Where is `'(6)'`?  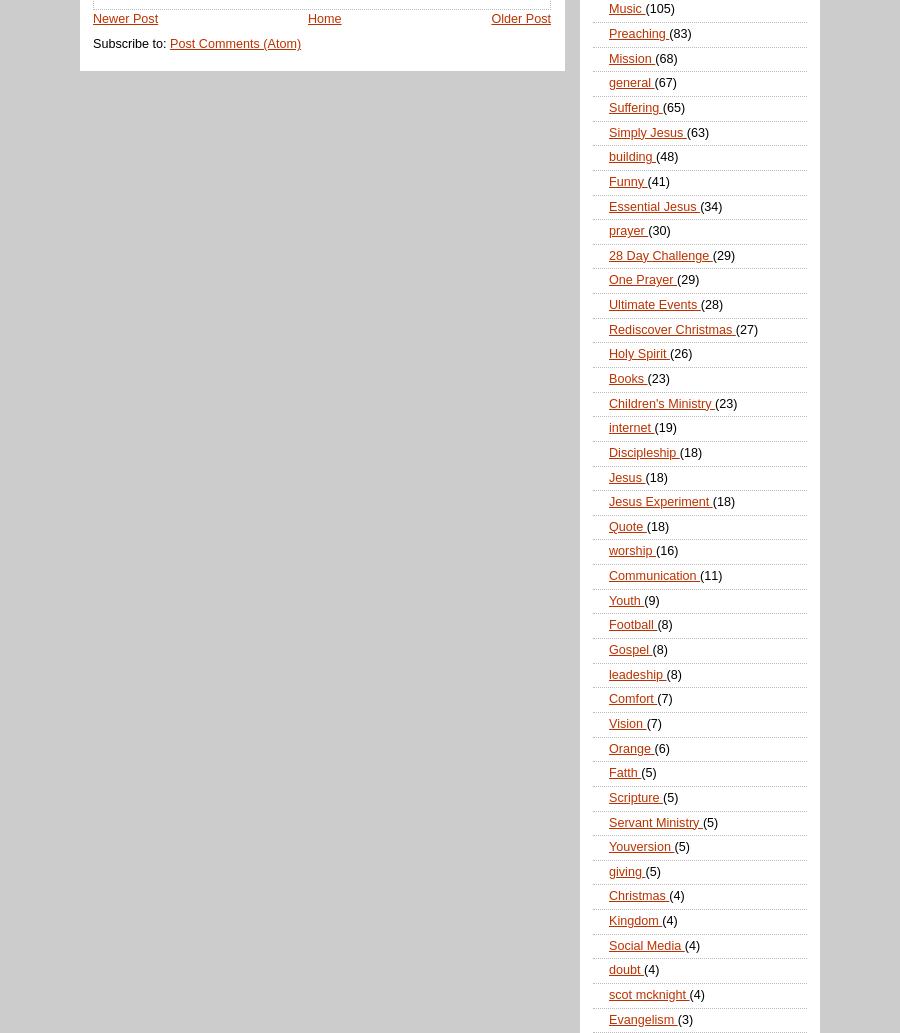 '(6)' is located at coordinates (654, 747).